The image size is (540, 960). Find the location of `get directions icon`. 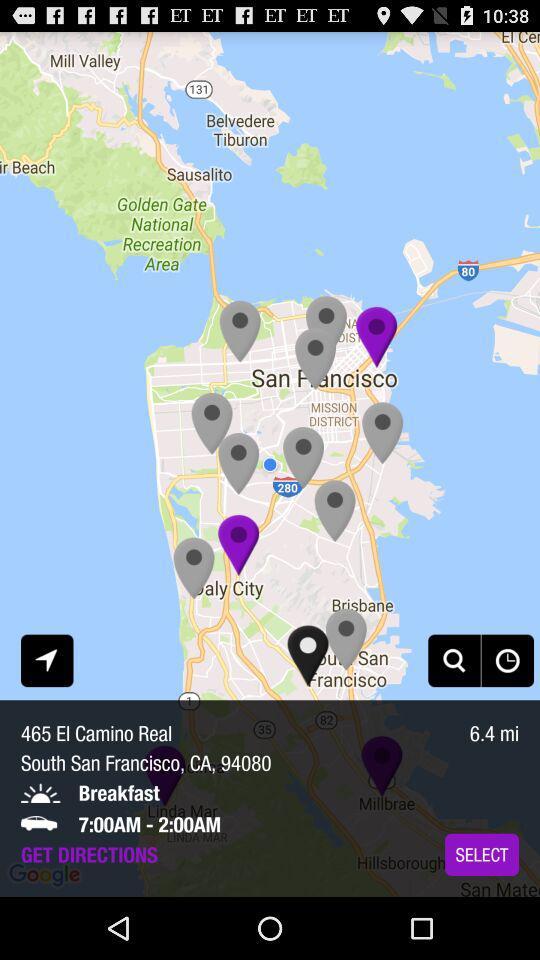

get directions icon is located at coordinates (88, 853).